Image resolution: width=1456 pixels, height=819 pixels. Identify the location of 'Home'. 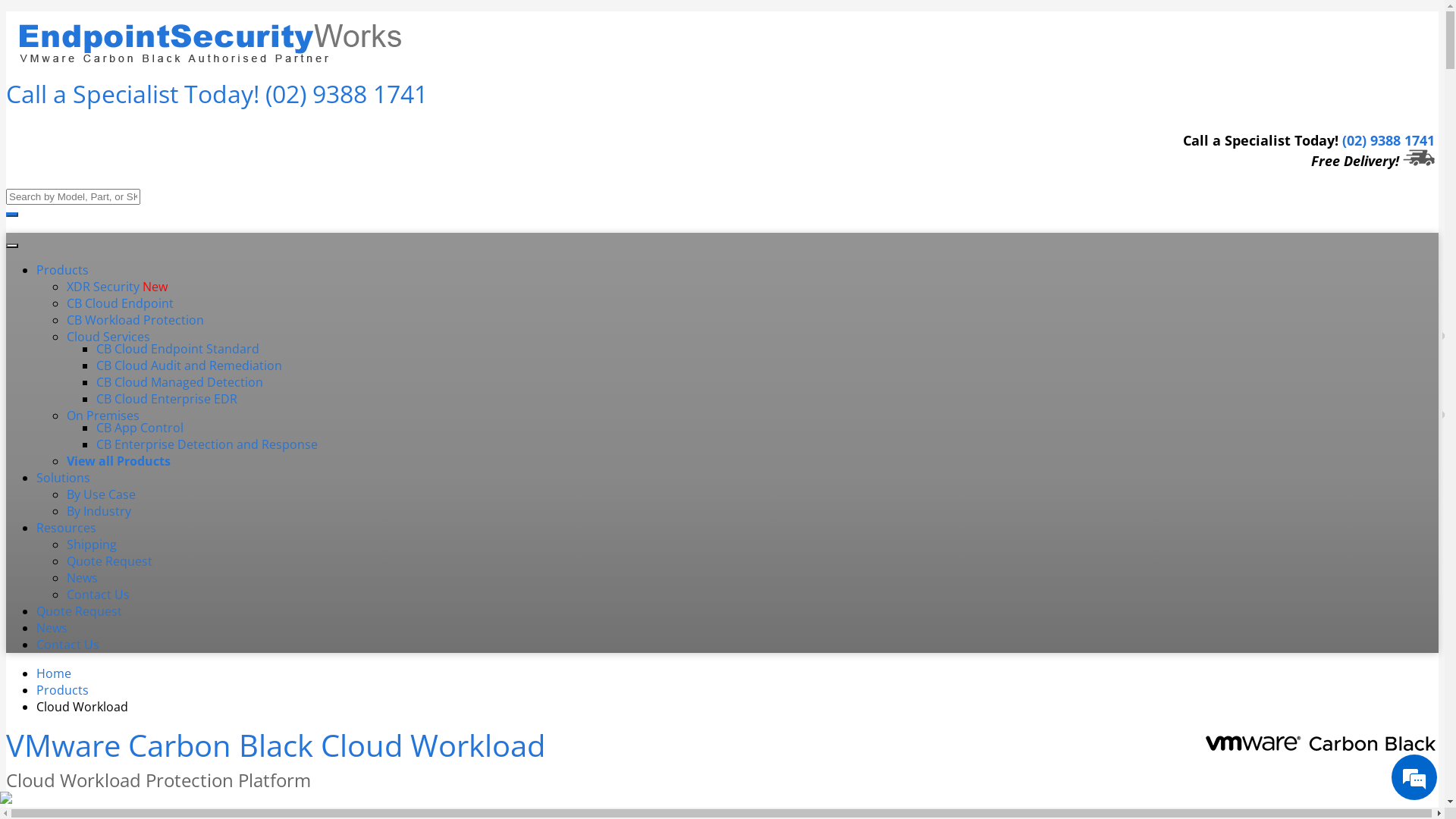
(54, 672).